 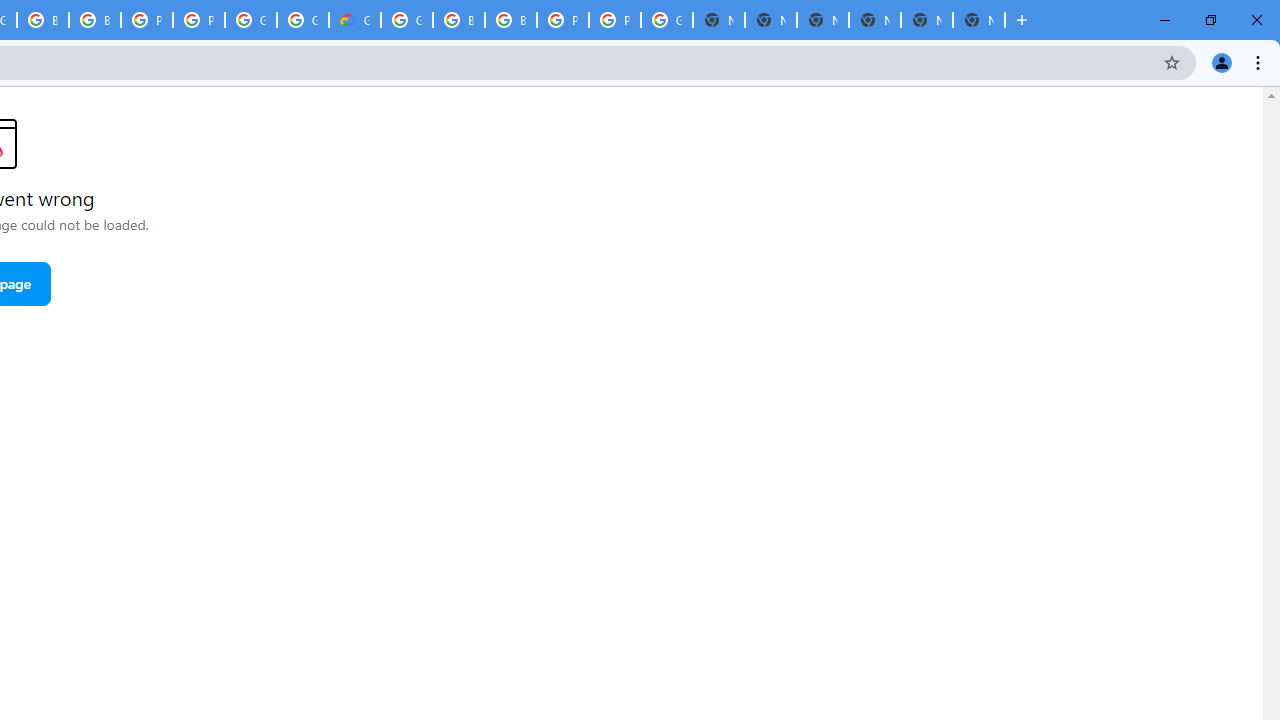 I want to click on 'Google Cloud Platform', so click(x=249, y=20).